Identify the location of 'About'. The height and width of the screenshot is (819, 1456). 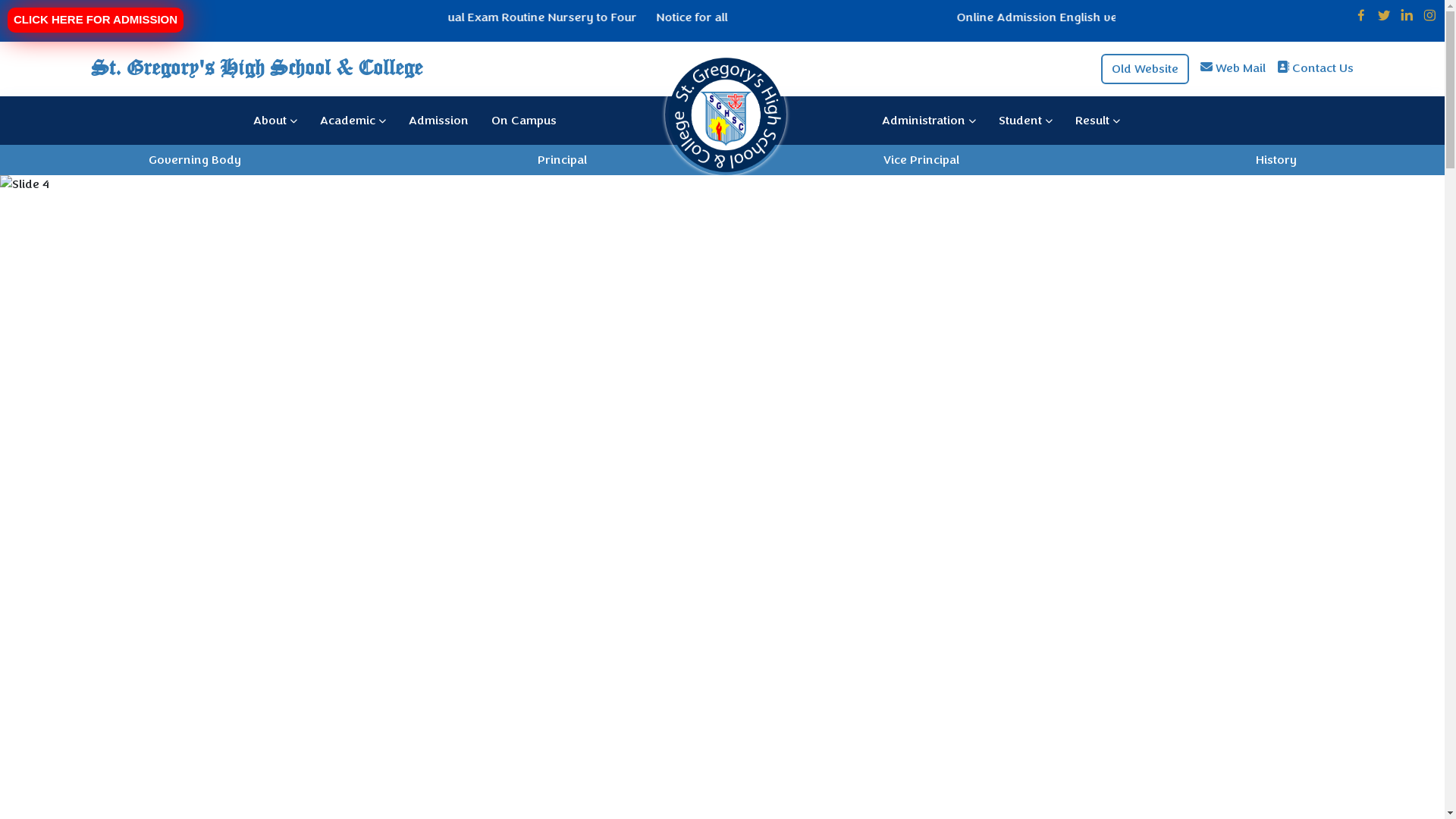
(275, 119).